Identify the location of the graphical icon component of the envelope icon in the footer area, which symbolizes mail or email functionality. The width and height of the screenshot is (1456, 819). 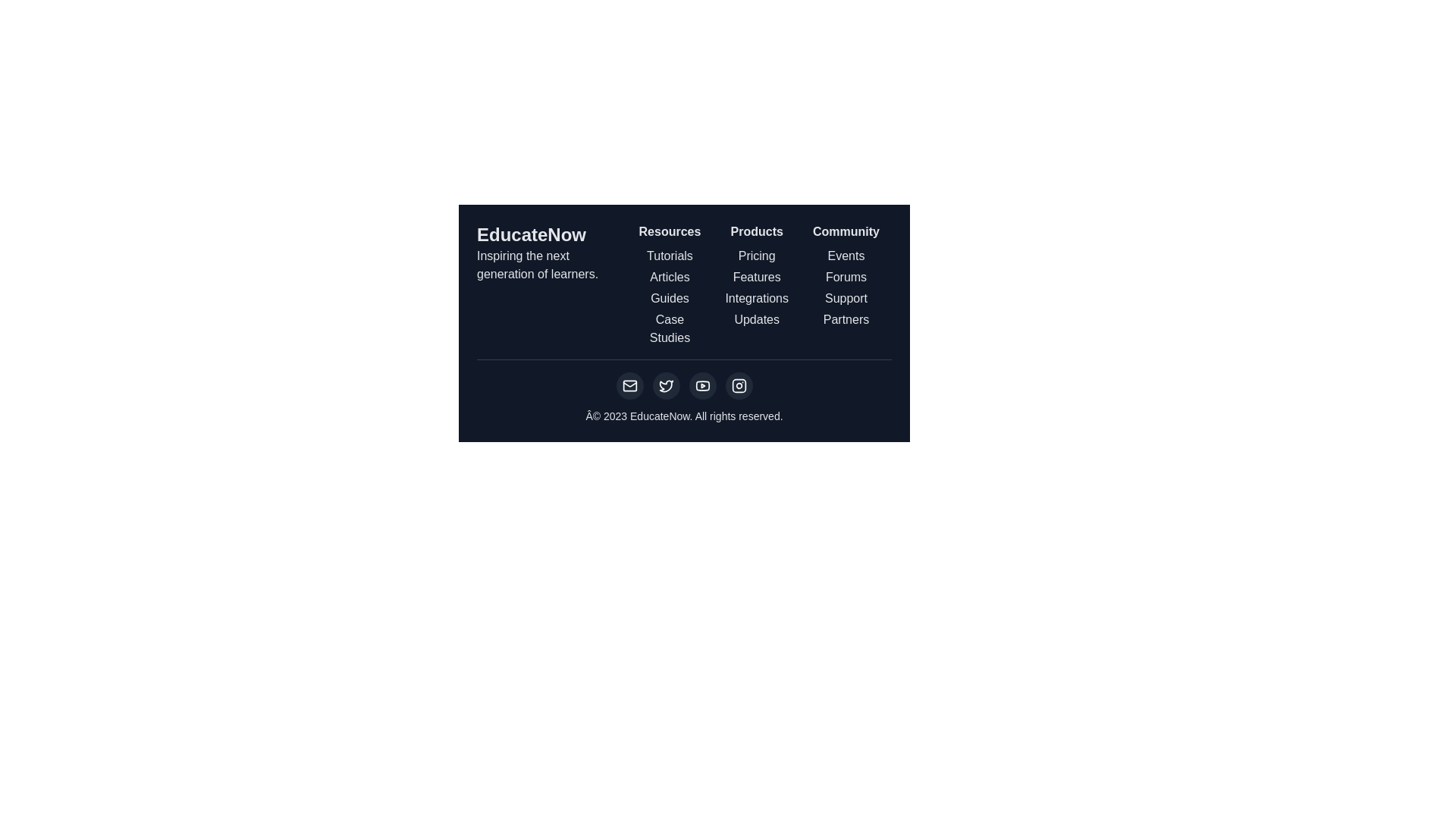
(629, 385).